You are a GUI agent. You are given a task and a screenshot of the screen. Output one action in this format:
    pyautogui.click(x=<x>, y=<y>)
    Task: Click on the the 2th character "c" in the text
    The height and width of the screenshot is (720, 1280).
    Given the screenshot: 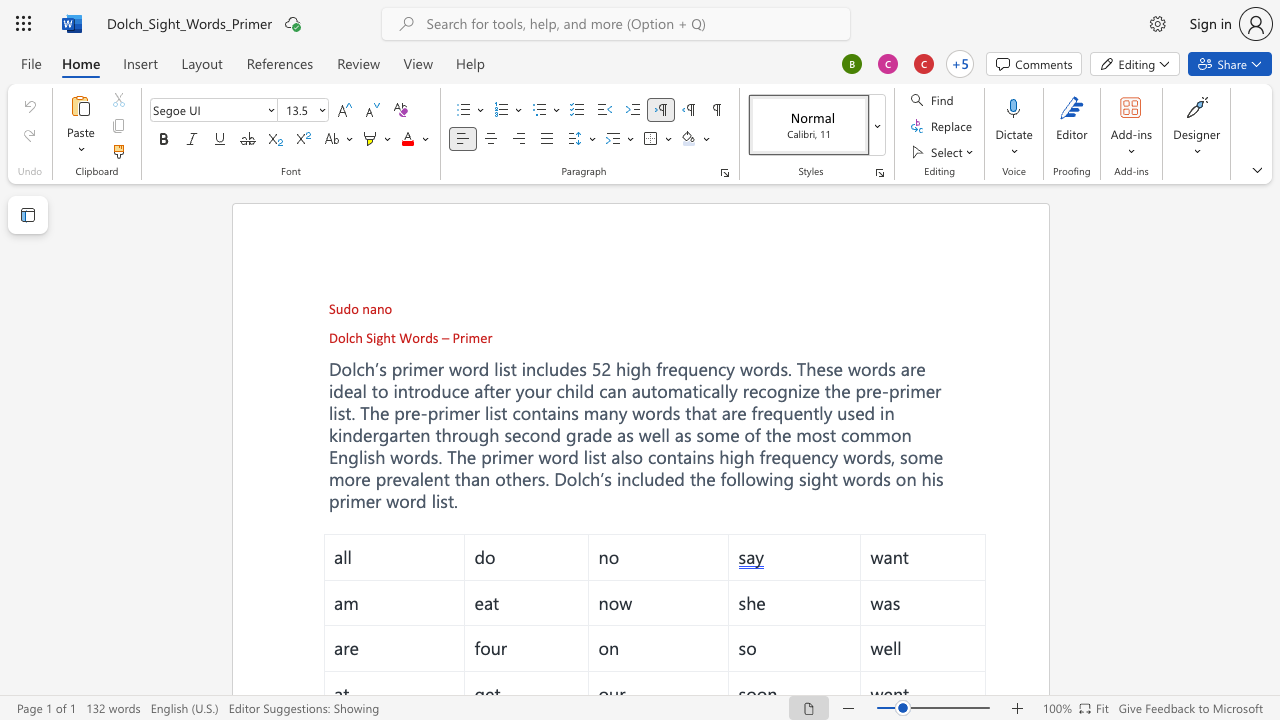 What is the action you would take?
    pyautogui.click(x=584, y=479)
    